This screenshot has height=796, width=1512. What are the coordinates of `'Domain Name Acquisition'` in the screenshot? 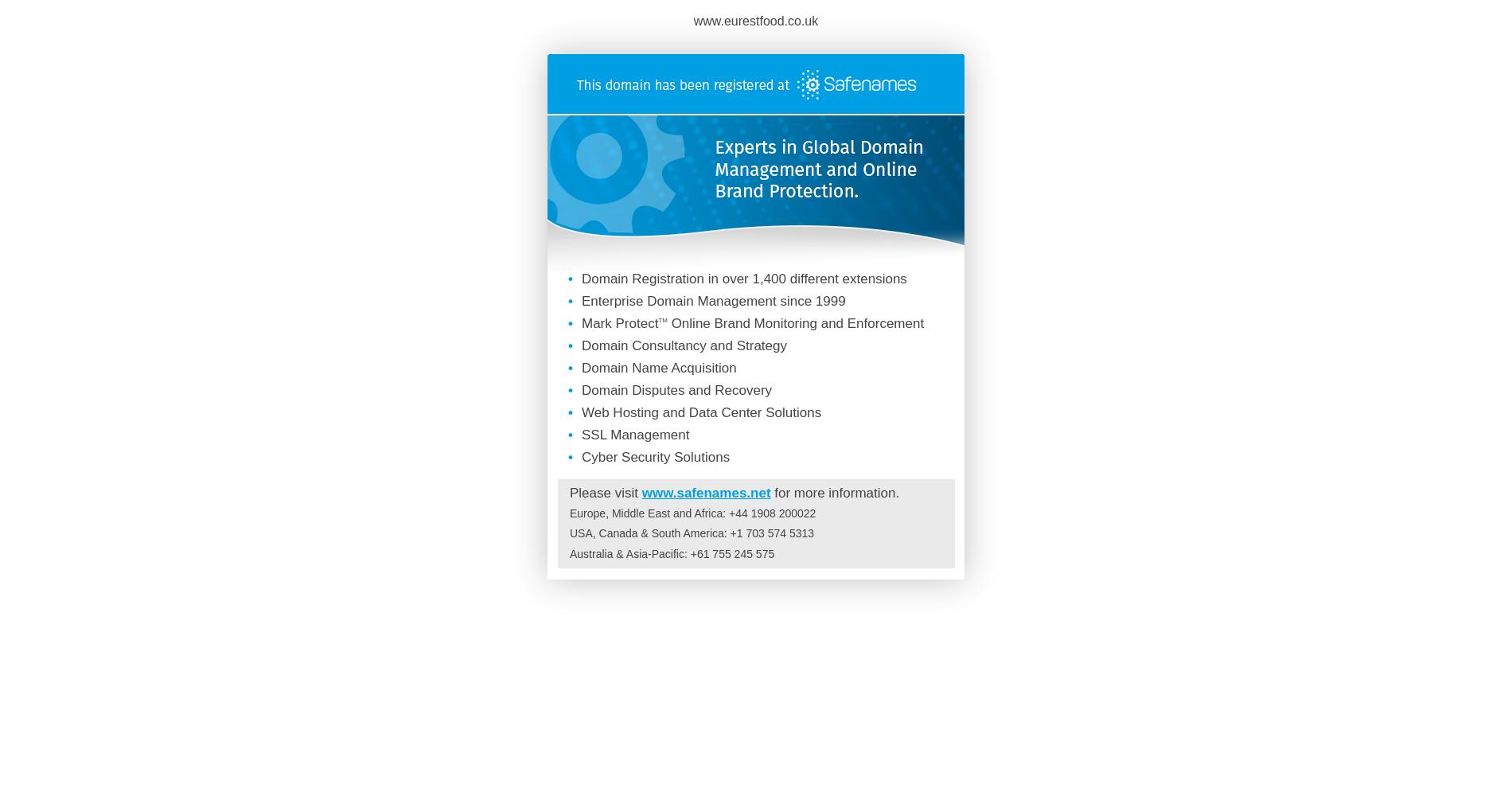 It's located at (658, 366).